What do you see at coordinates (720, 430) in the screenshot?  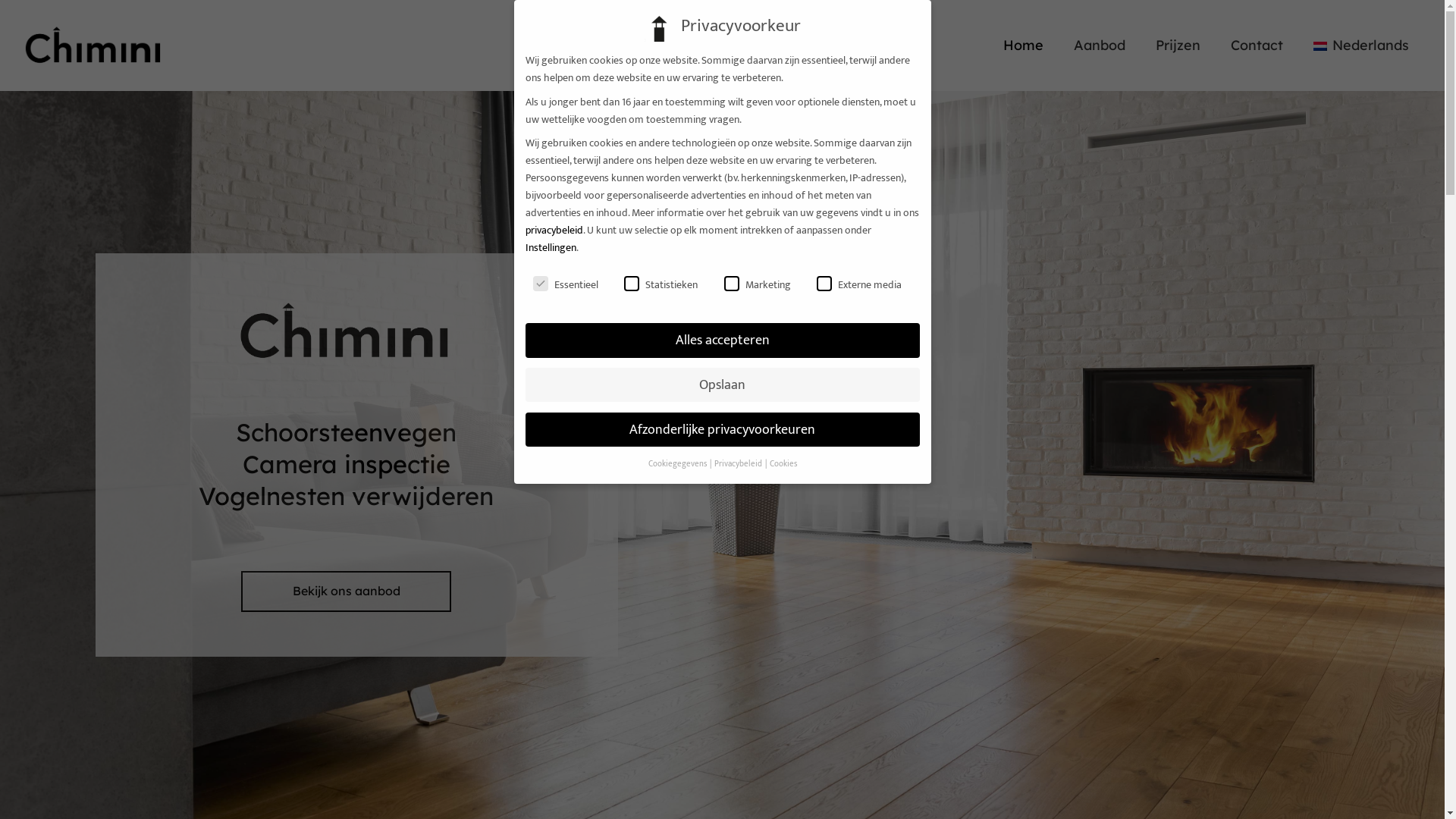 I see `'Afzonderlijke privacyvoorkeuren'` at bounding box center [720, 430].